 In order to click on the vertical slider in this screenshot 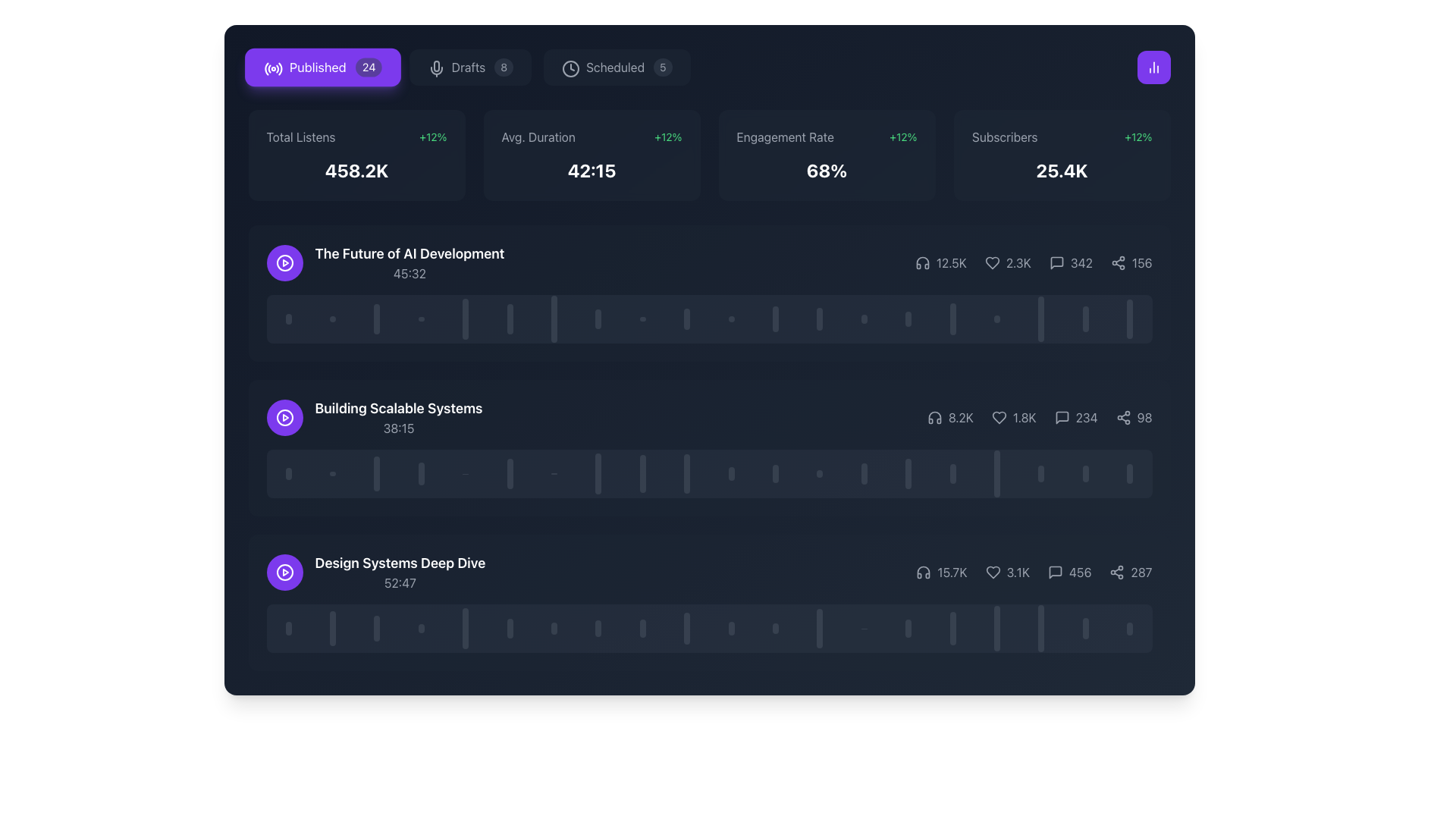, I will do `click(952, 637)`.